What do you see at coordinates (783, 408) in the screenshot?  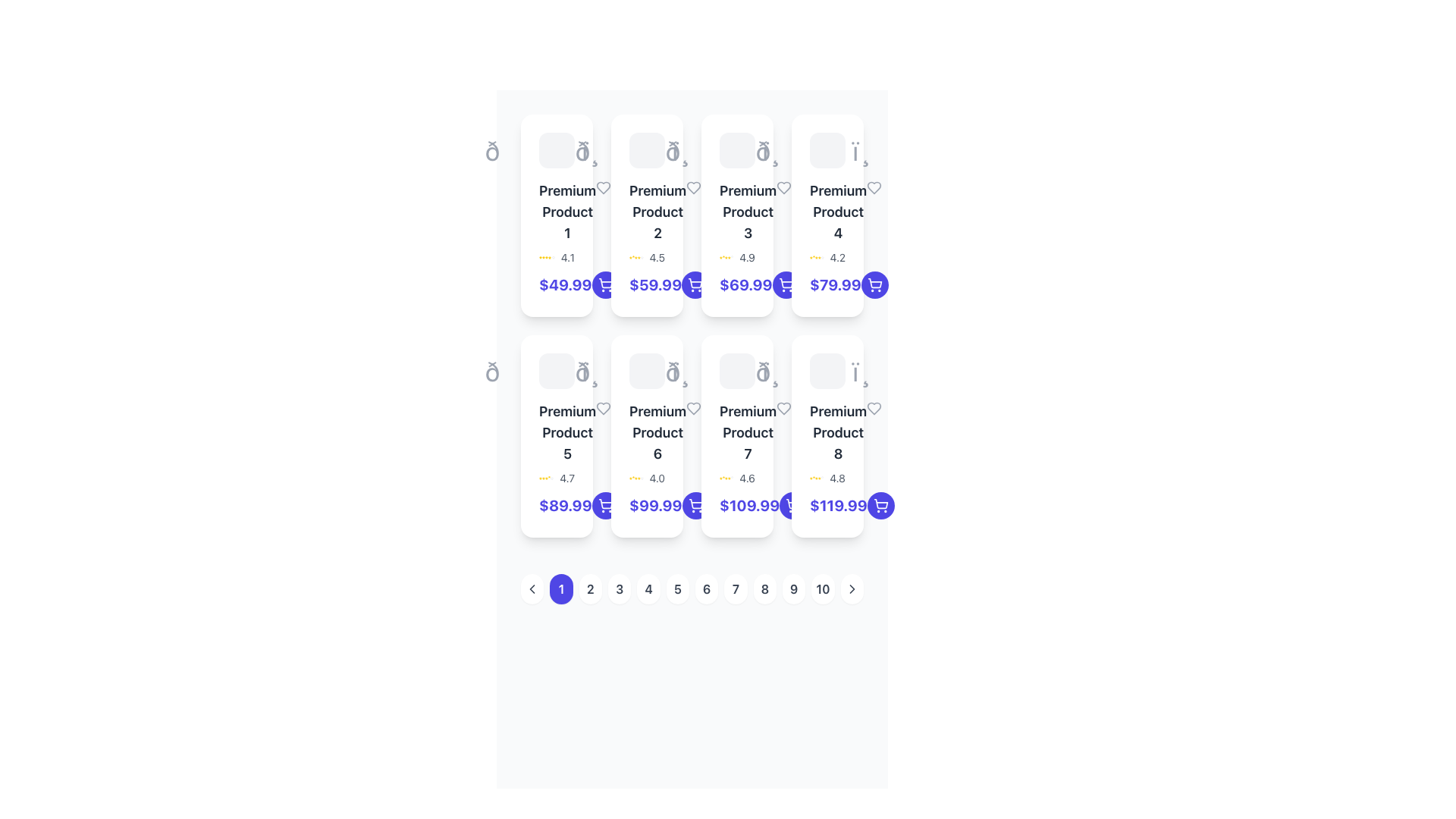 I see `the heart-shaped icon in the upper-right corner of the 'Premium Product 7' card to mark the product as a favorite` at bounding box center [783, 408].